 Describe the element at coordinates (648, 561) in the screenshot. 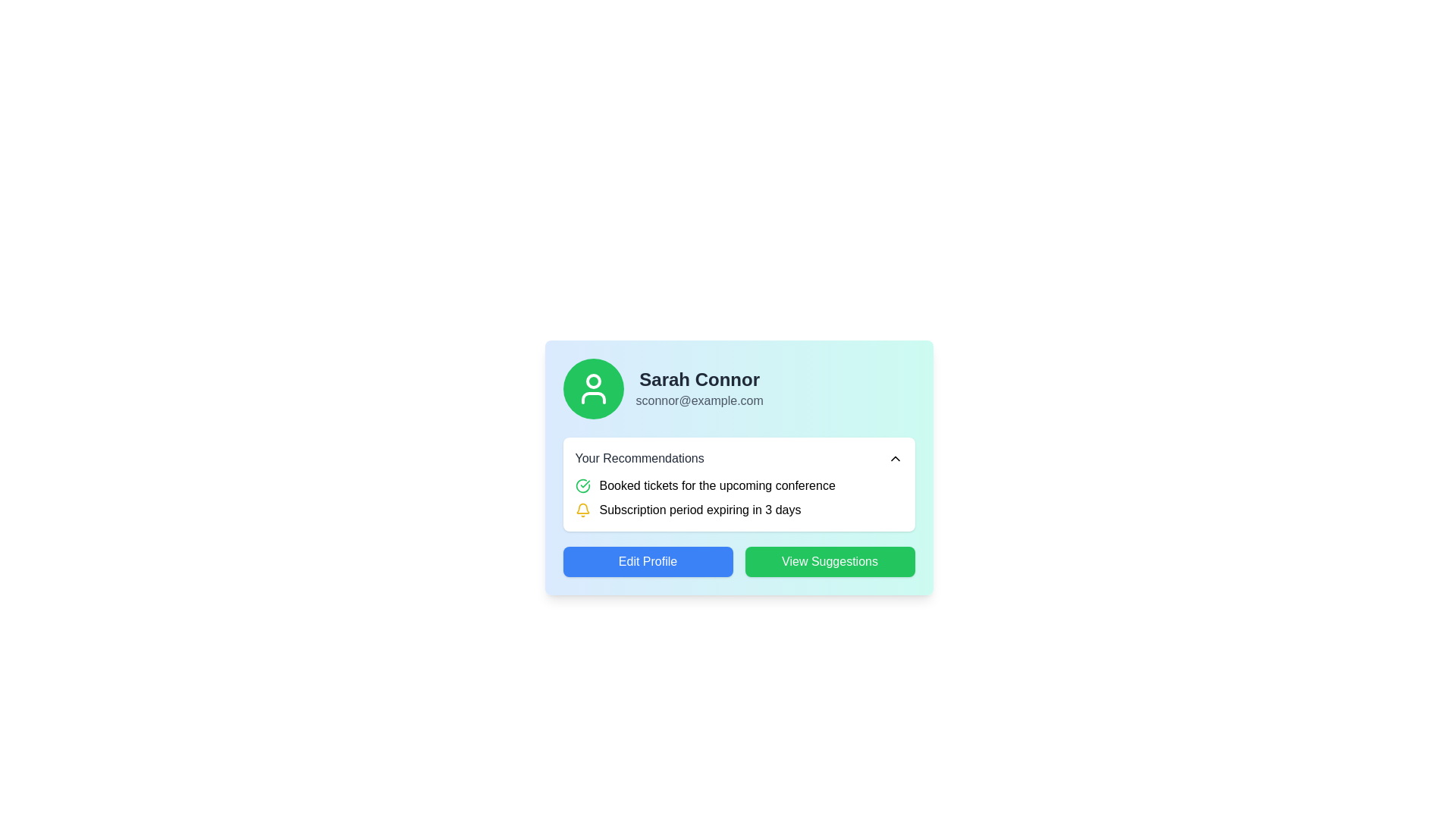

I see `the leftmost button in the user profile card layout to initiate editing the profile information` at that location.